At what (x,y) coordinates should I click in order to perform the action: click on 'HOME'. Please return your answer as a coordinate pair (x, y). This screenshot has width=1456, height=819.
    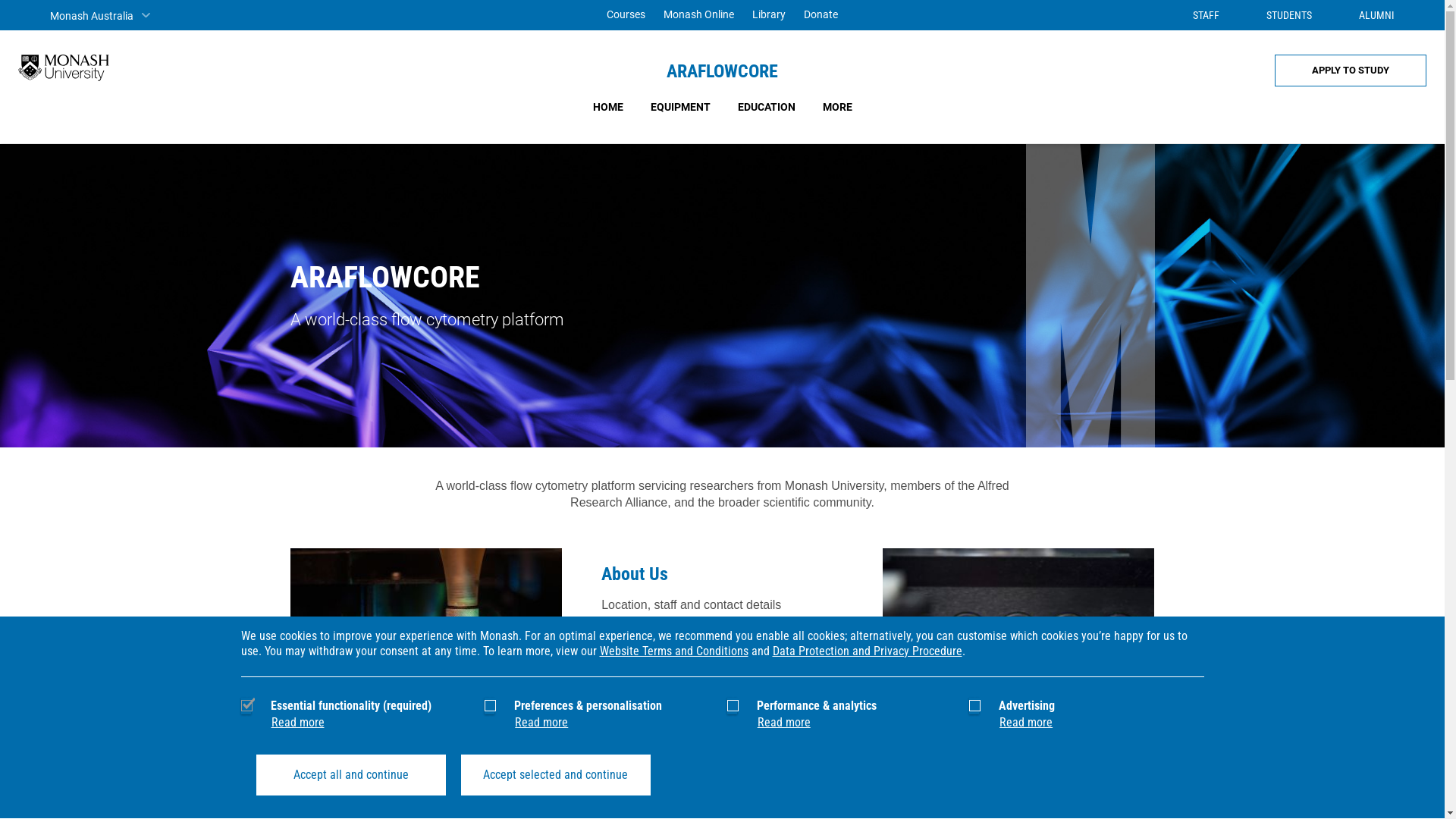
    Looking at the image, I should click on (607, 106).